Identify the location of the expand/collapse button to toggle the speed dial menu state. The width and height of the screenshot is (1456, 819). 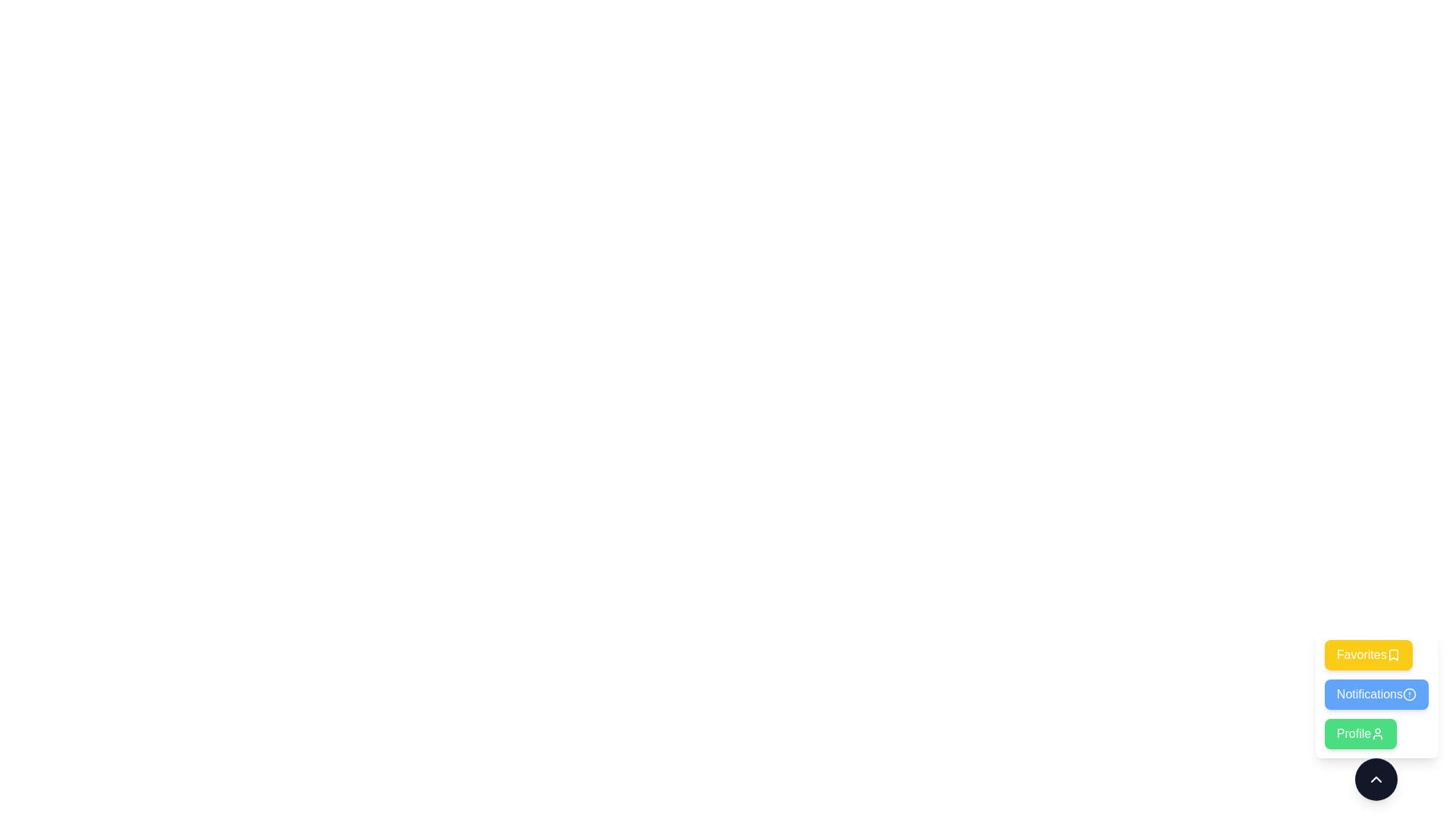
(1376, 780).